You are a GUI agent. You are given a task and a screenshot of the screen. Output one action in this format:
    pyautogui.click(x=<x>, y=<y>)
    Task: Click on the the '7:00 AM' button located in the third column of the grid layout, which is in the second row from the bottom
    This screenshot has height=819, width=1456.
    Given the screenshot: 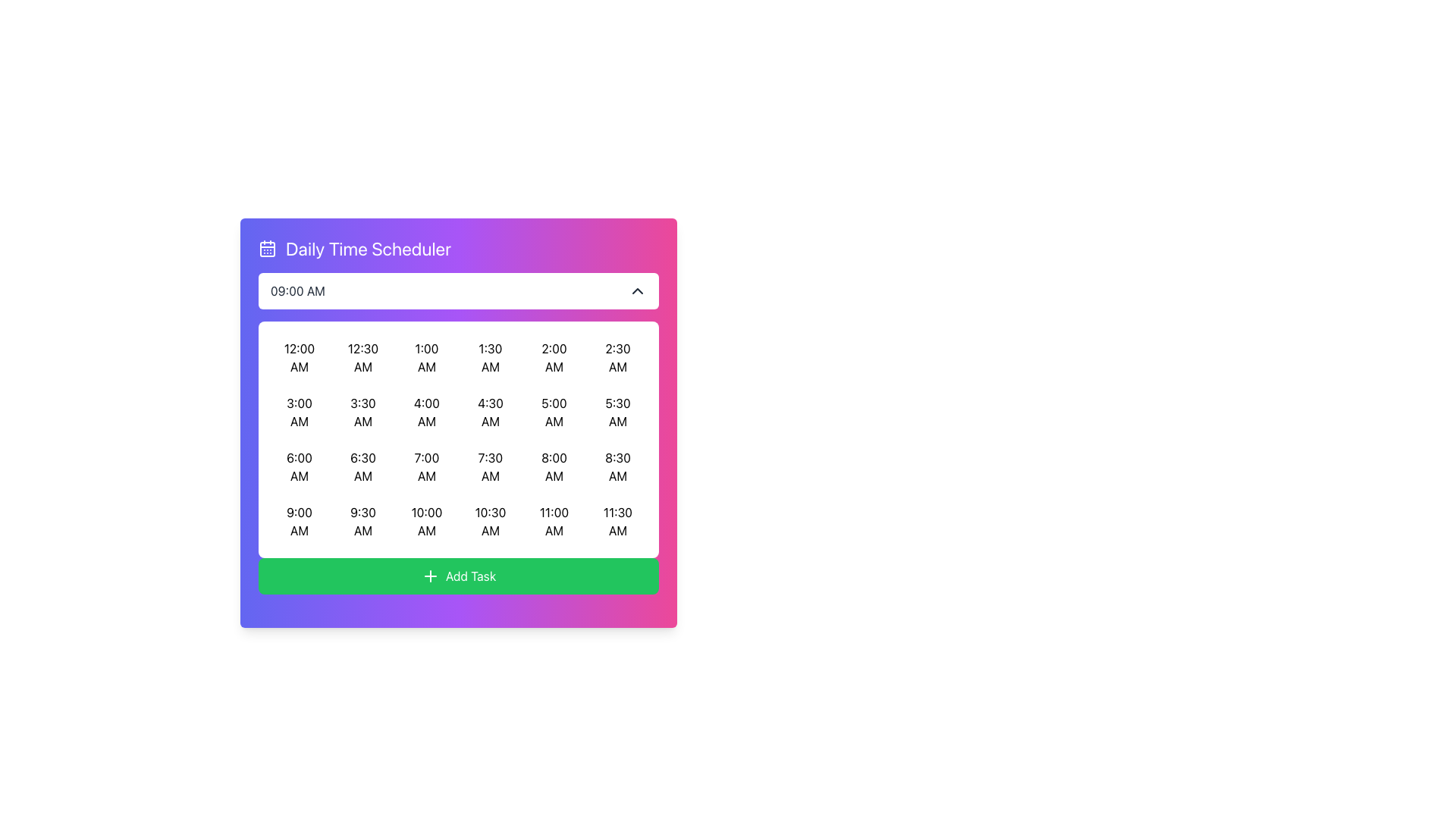 What is the action you would take?
    pyautogui.click(x=425, y=466)
    